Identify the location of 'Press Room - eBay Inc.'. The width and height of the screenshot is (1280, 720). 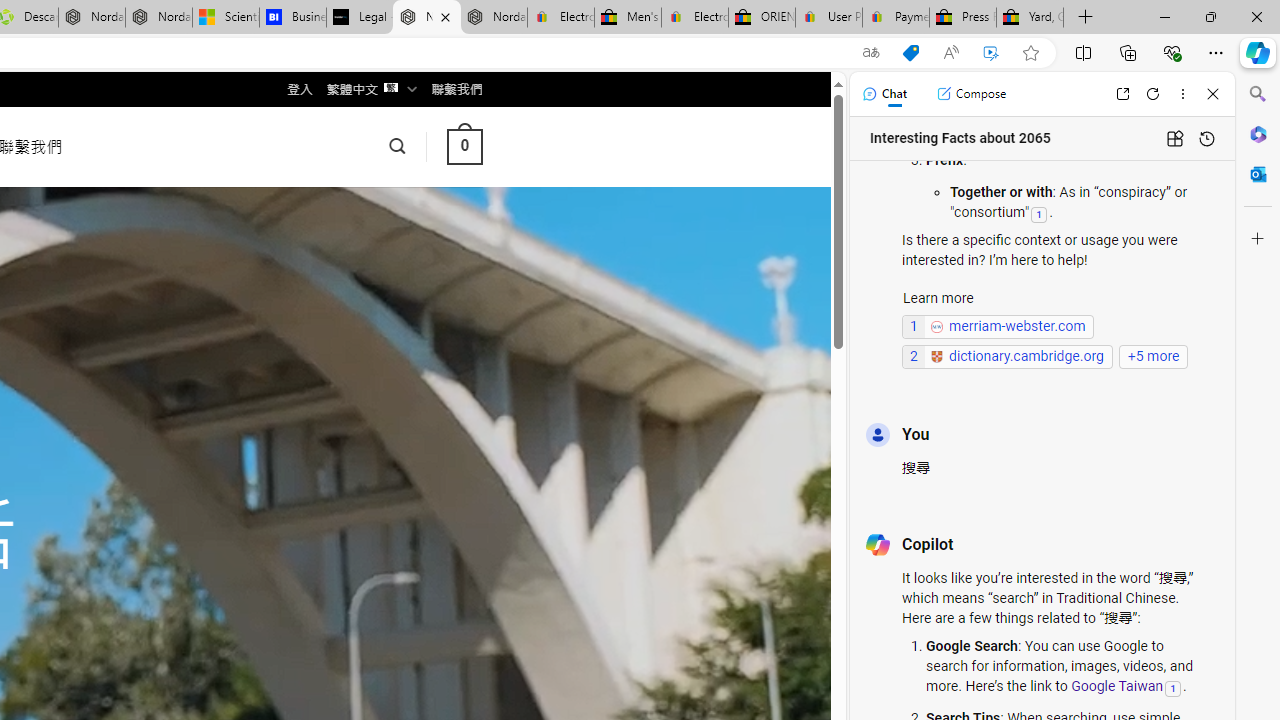
(963, 17).